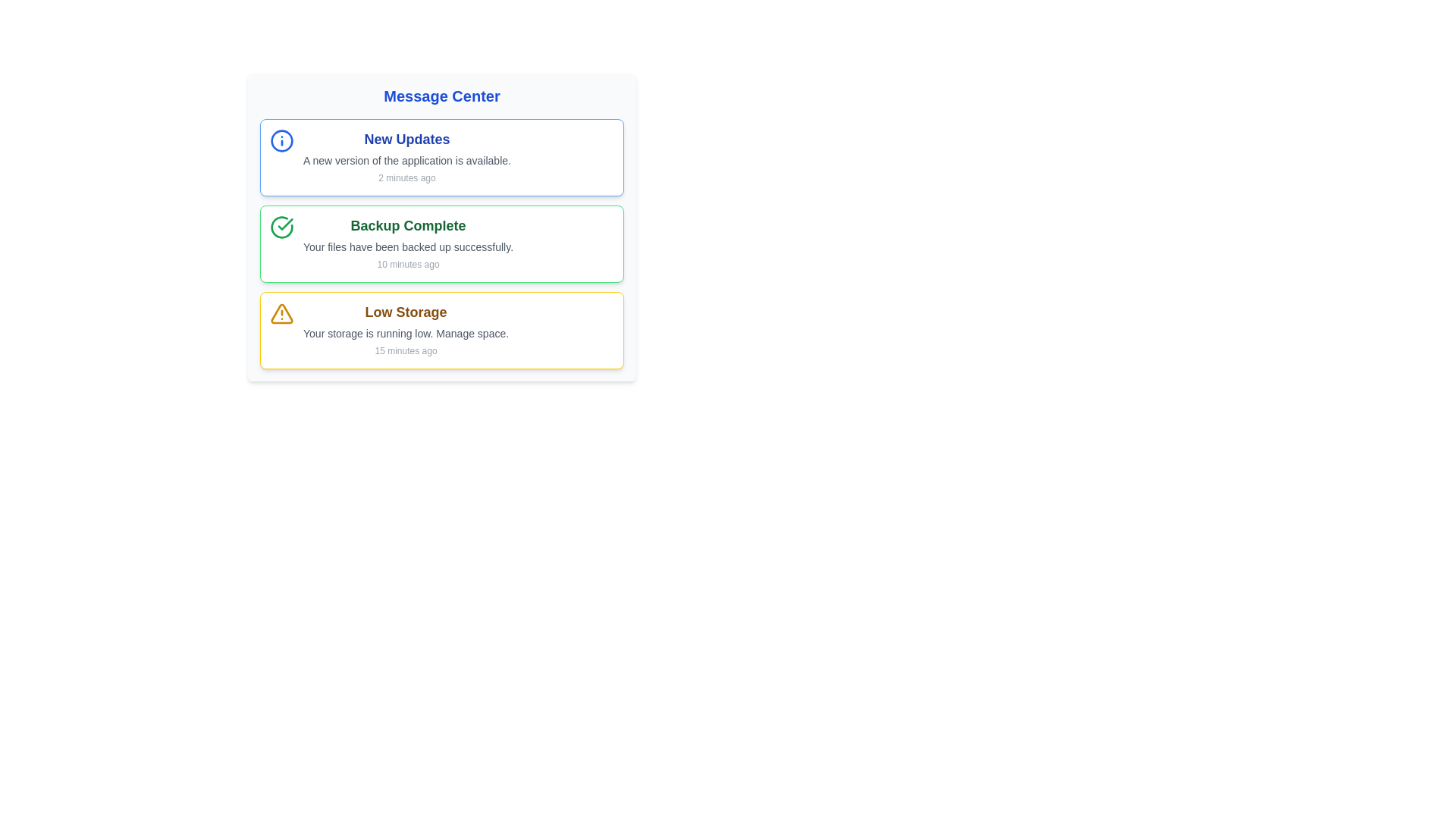 The image size is (1456, 819). Describe the element at coordinates (406, 350) in the screenshot. I see `the small light gray text '15 minutes ago' located below the 'Low Storage' notification in the Message Center interface` at that location.